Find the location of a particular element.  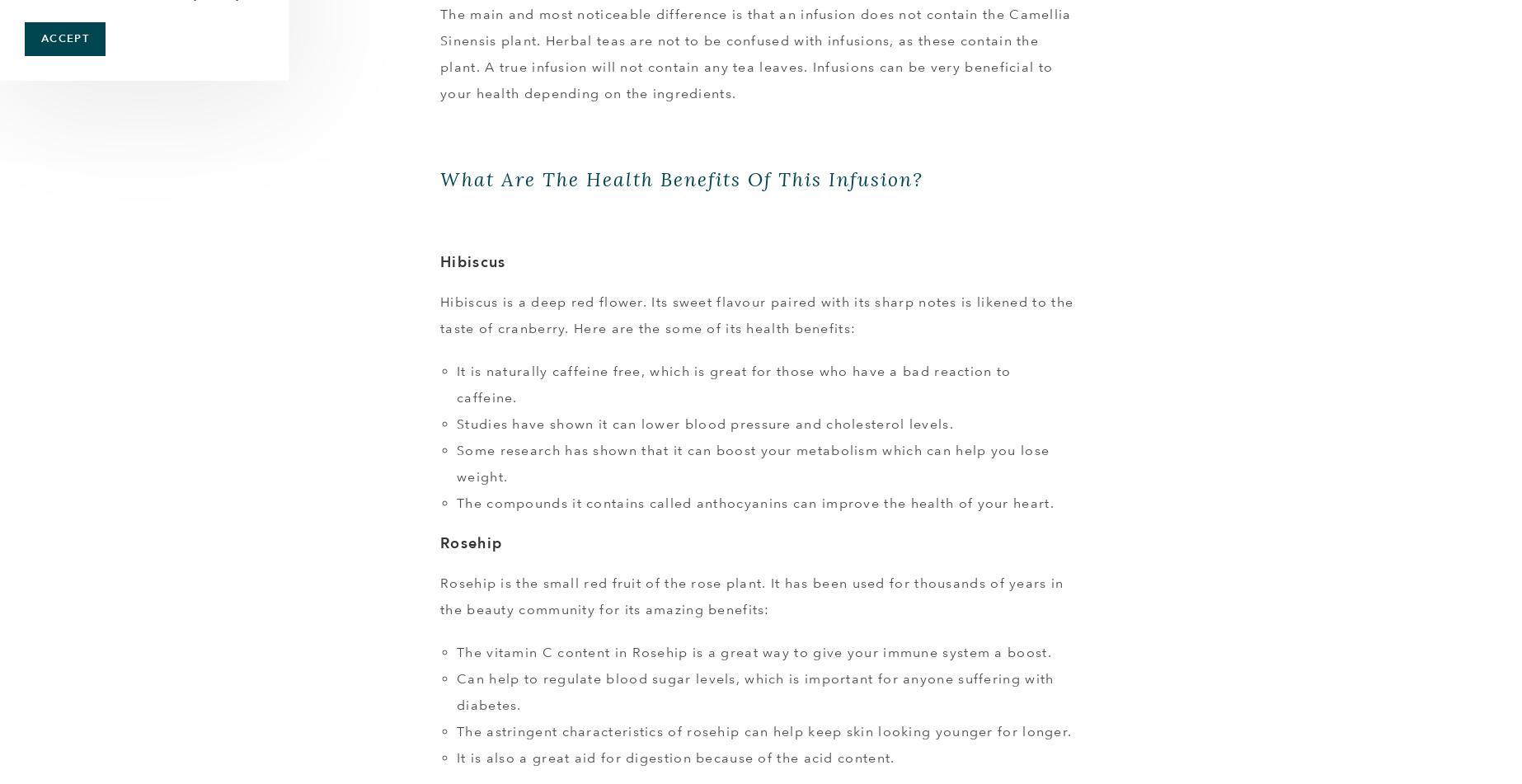

'Can help to regulate blood sugar levels, which is important for anyone suffering with diabetes.' is located at coordinates (754, 691).